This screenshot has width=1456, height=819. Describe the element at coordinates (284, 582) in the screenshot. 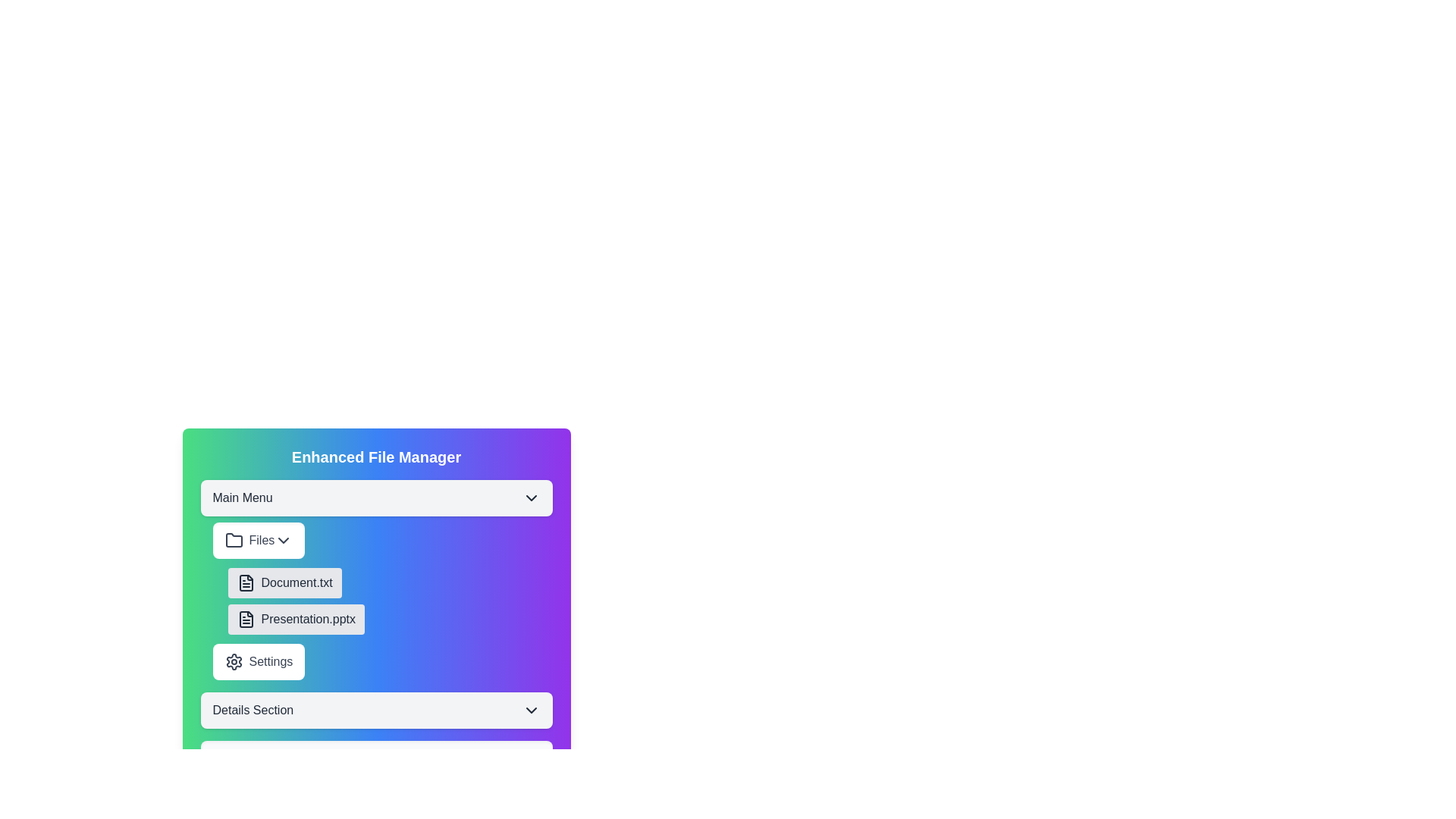

I see `the 'Document.txt' button, which is a rectangular button with a light gray background and a document icon` at that location.